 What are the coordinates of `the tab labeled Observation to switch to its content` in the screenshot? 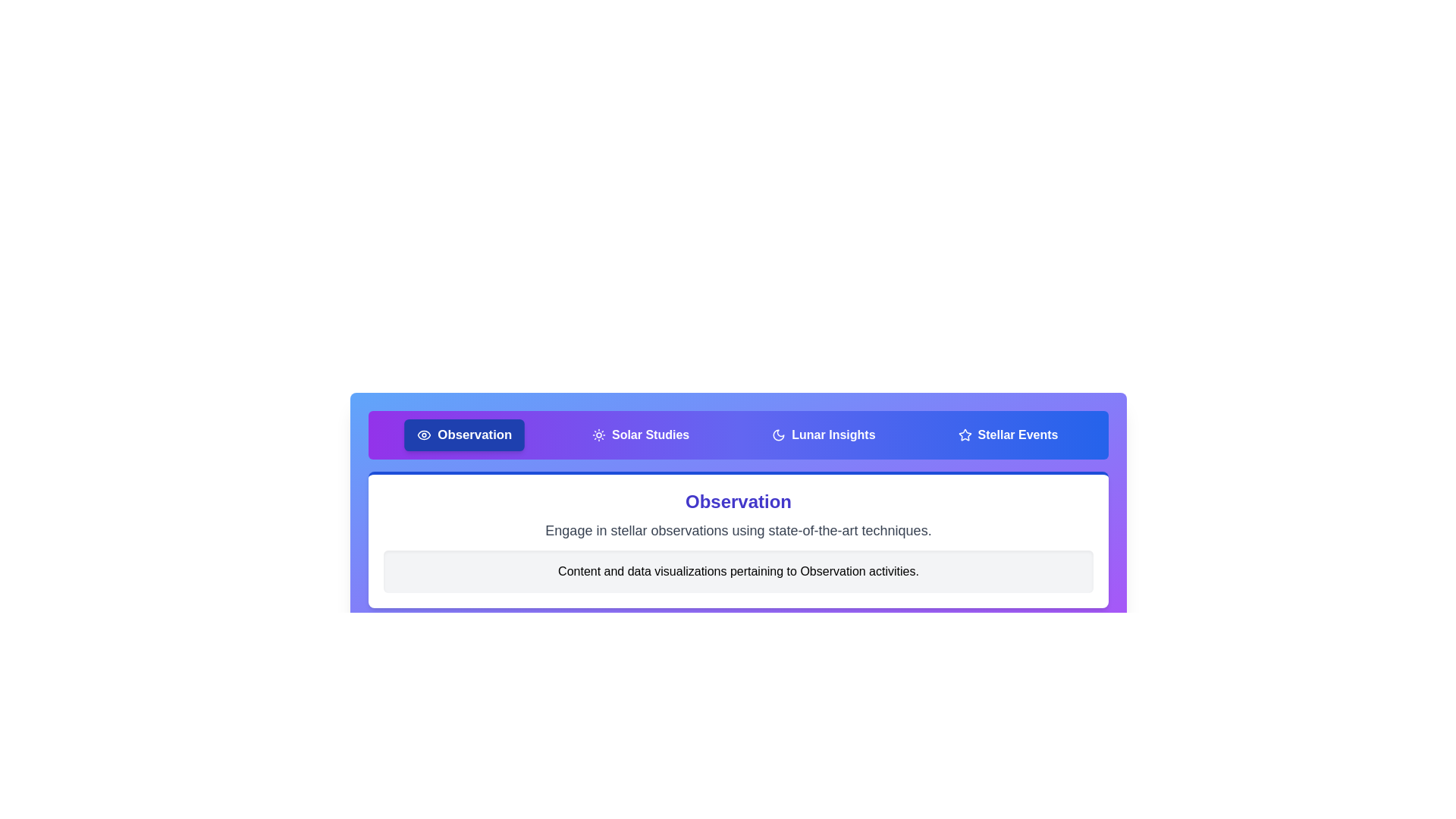 It's located at (463, 435).